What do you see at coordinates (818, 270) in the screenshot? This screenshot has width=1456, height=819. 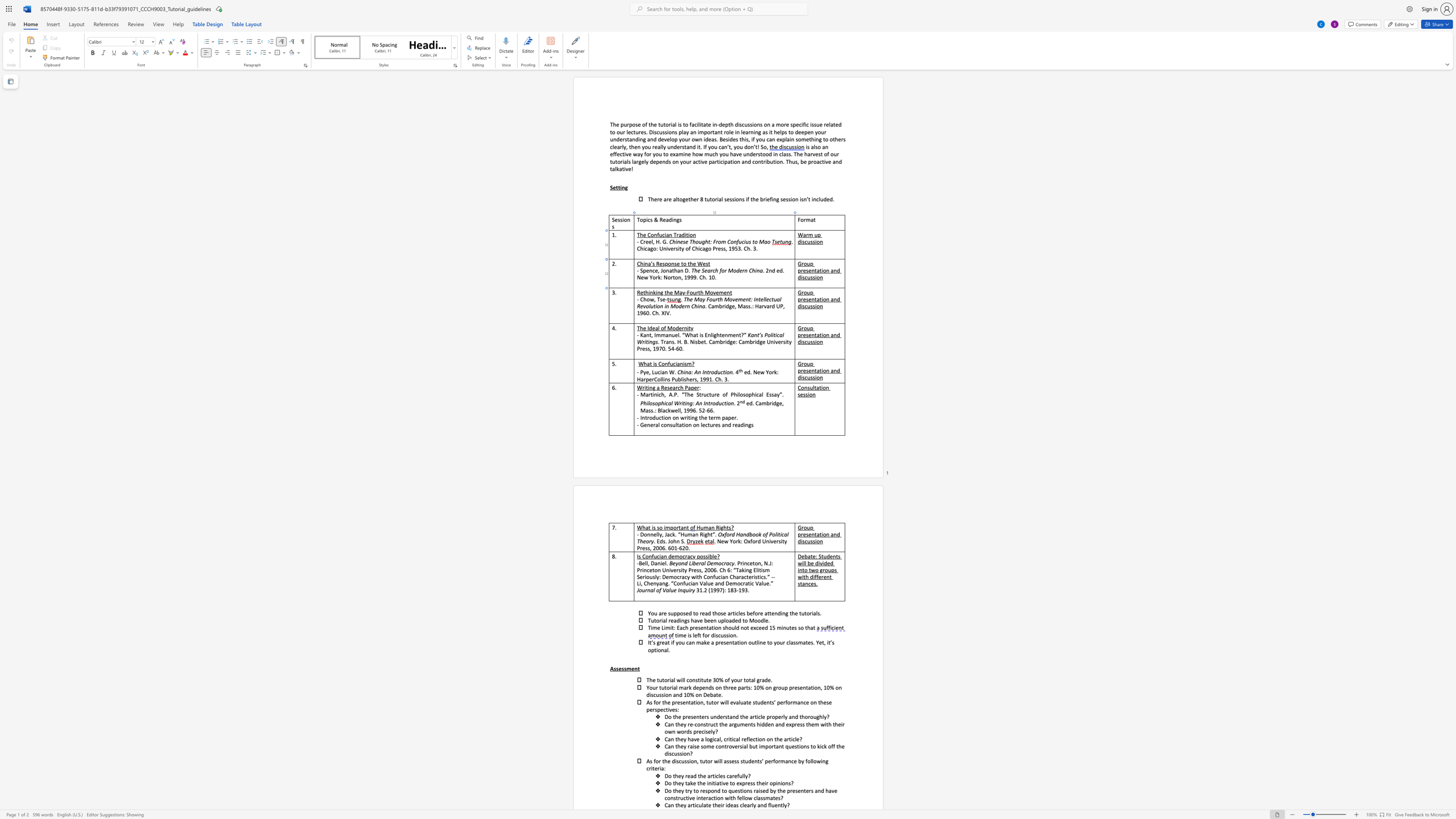 I see `the 1th character "a" in the text` at bounding box center [818, 270].